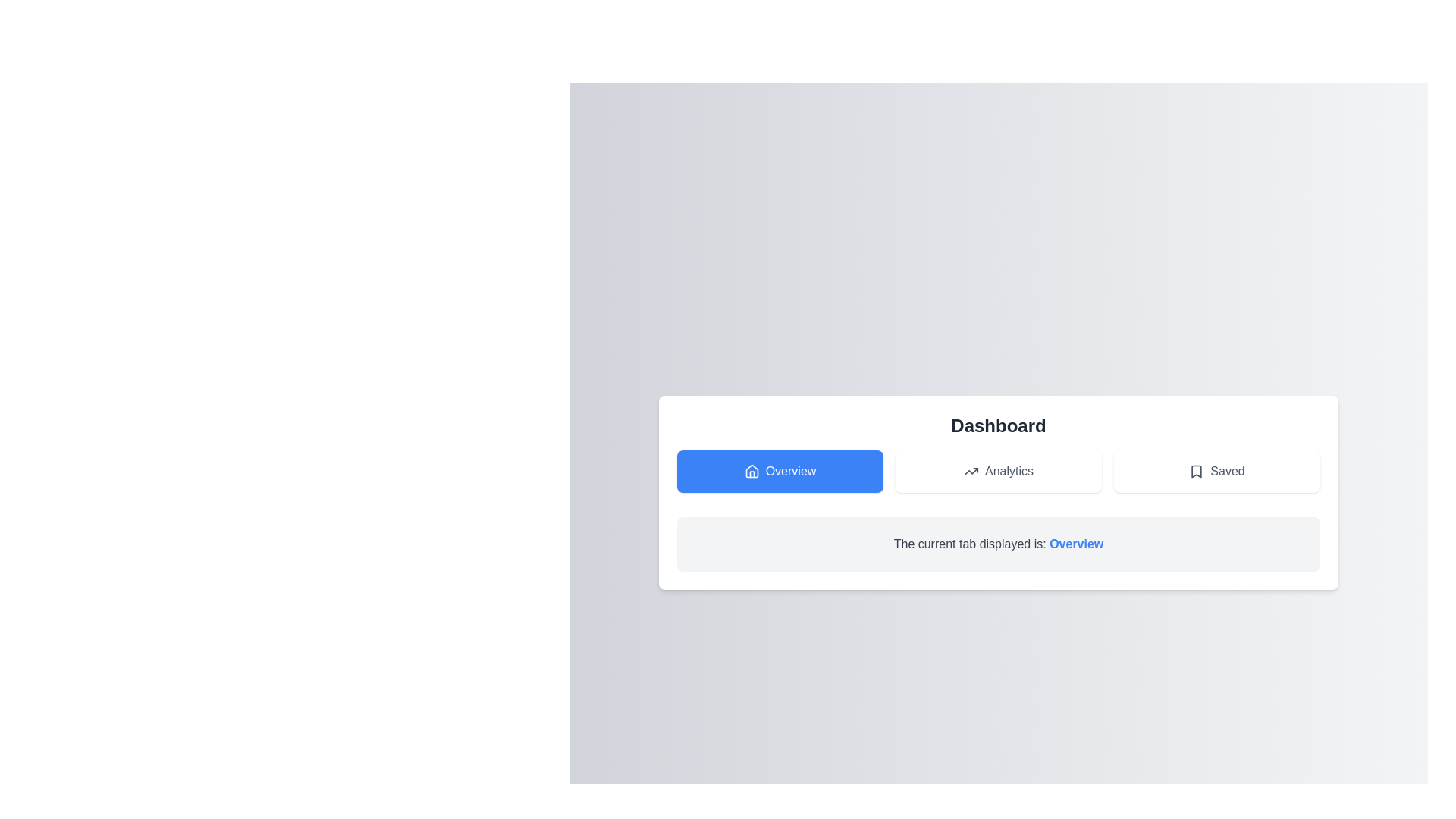  What do you see at coordinates (1196, 470) in the screenshot?
I see `the 'Saved' icon, which indicates the 'Saved' function of the button, located centrally within the 'Saved' button to the right of the 'Analytics' button and below the 'Dashboard' heading` at bounding box center [1196, 470].